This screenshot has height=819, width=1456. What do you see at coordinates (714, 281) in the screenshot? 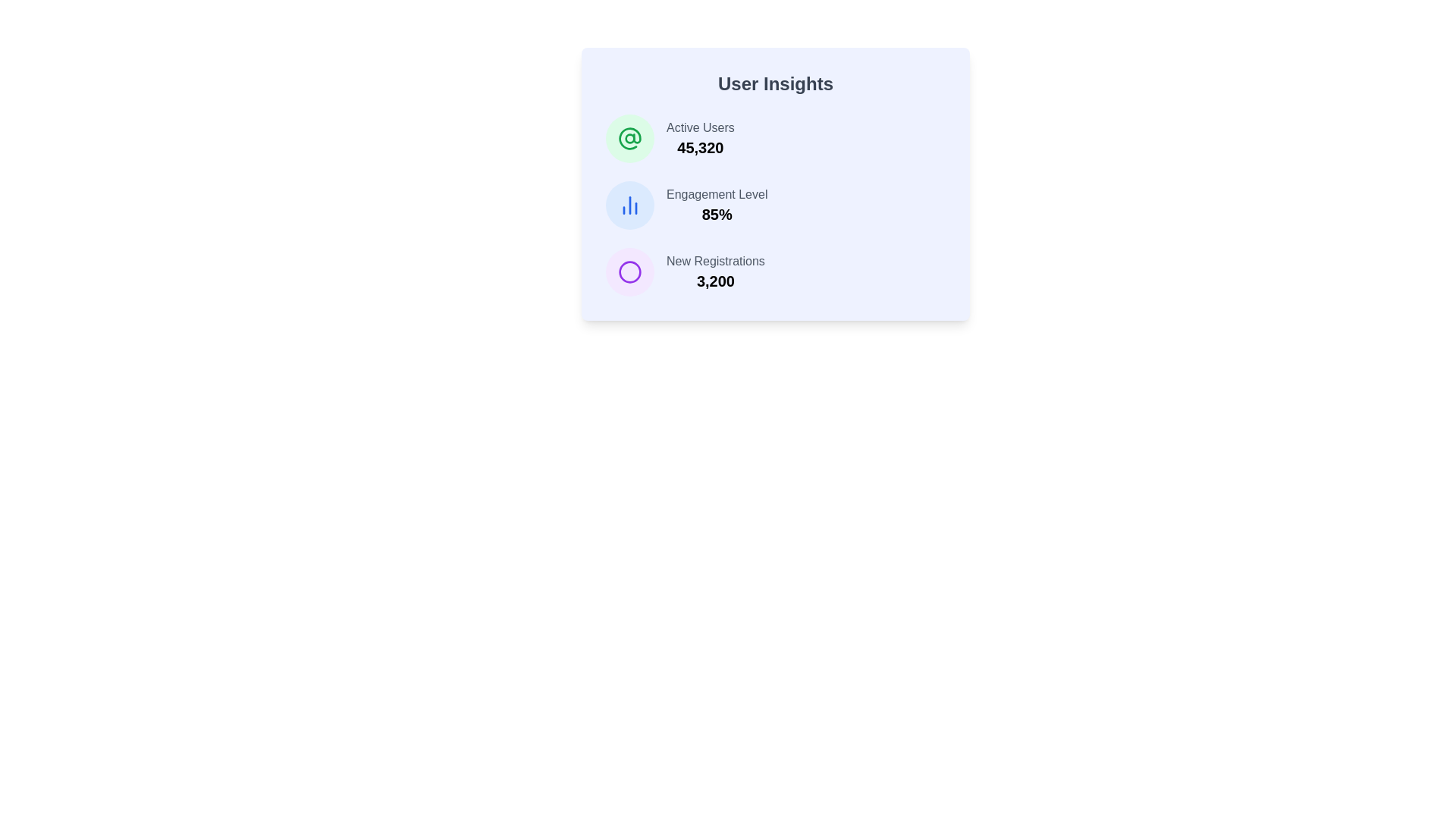
I see `numeric value displayed in the Text Display Value element located in the bottom-right quadrant of the 'User Insights' panel, which shows the count of new registrations` at bounding box center [714, 281].